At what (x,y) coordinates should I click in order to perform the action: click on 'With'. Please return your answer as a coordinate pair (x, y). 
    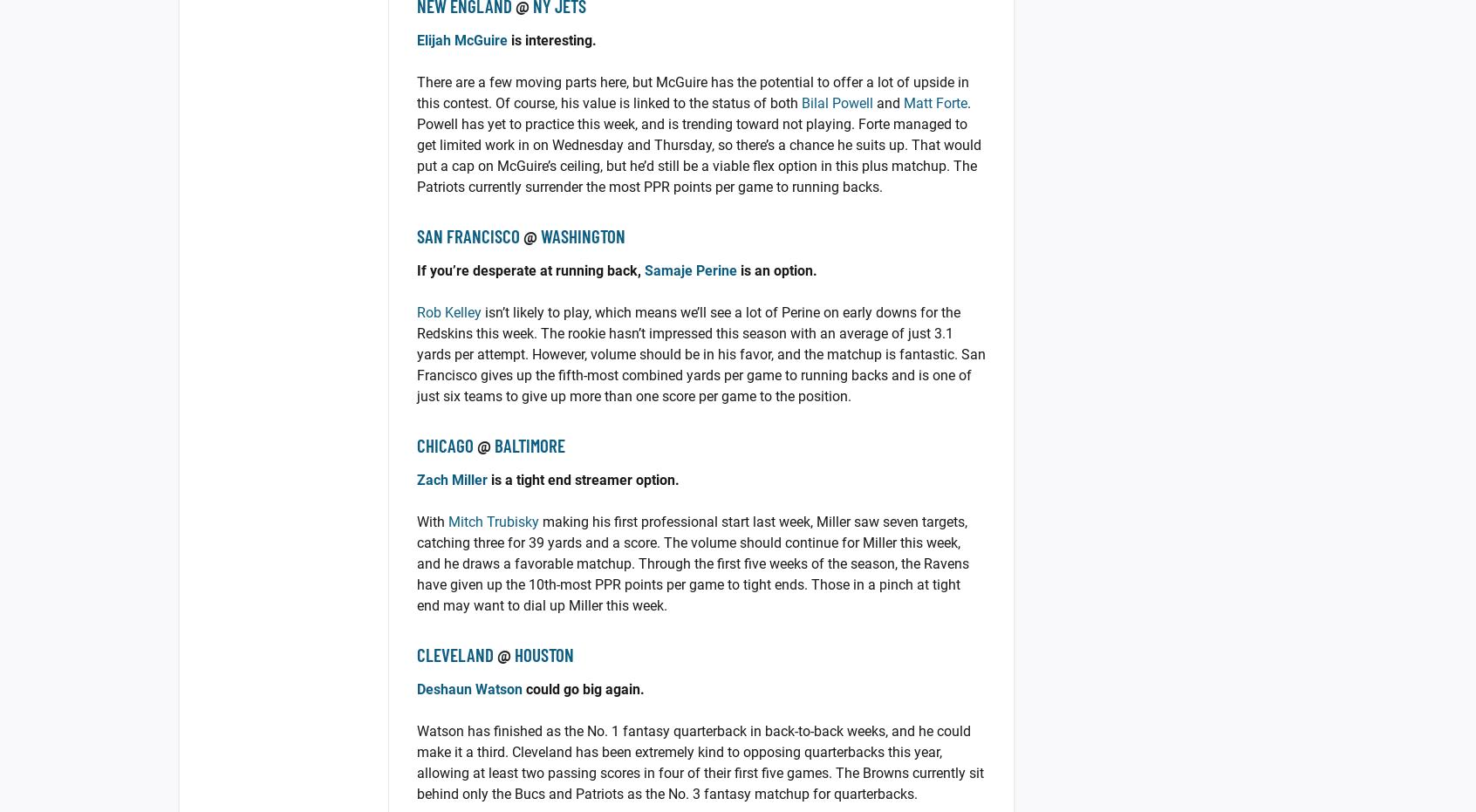
    Looking at the image, I should click on (432, 521).